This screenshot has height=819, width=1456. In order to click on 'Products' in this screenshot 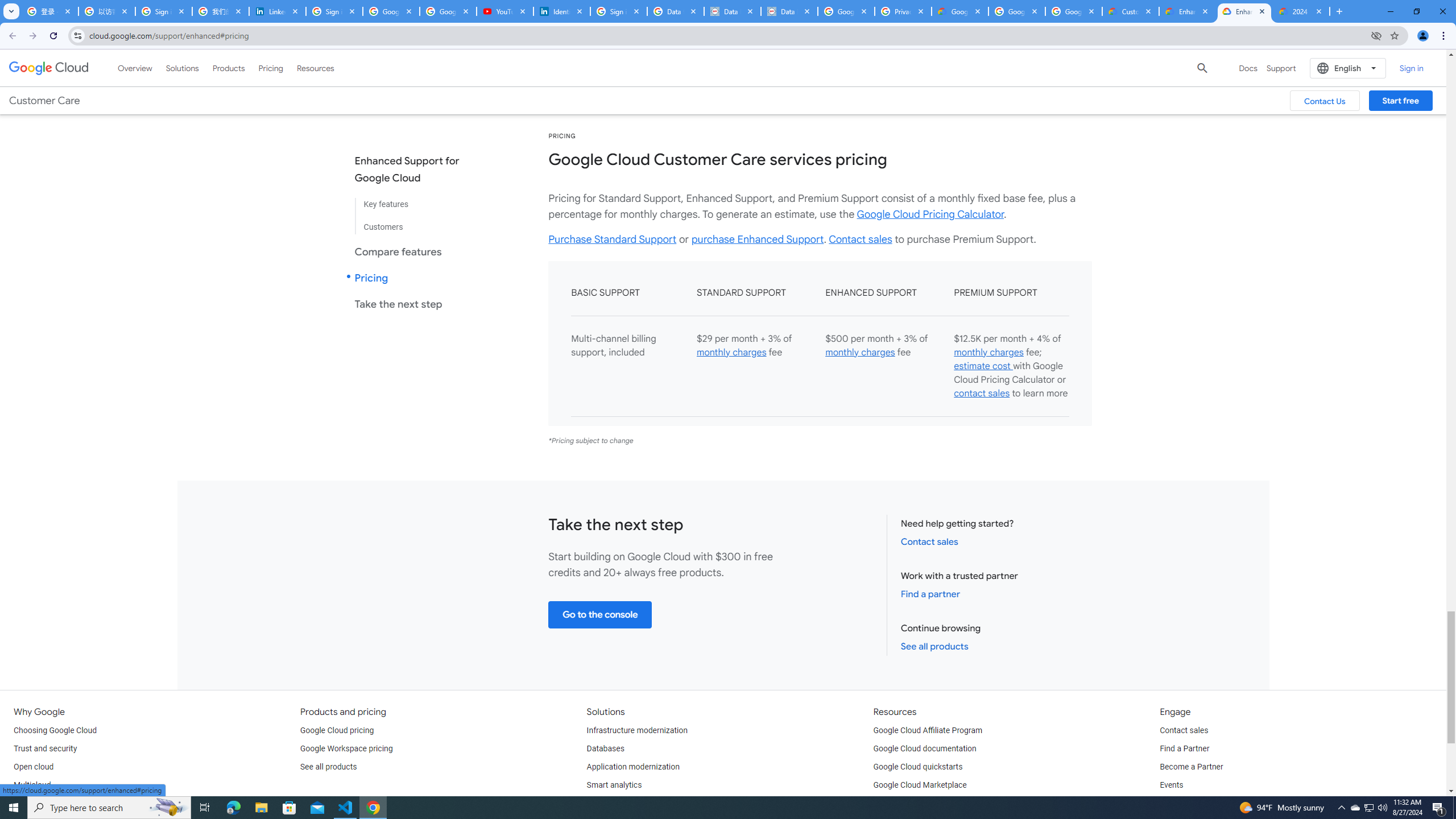, I will do `click(227, 67)`.